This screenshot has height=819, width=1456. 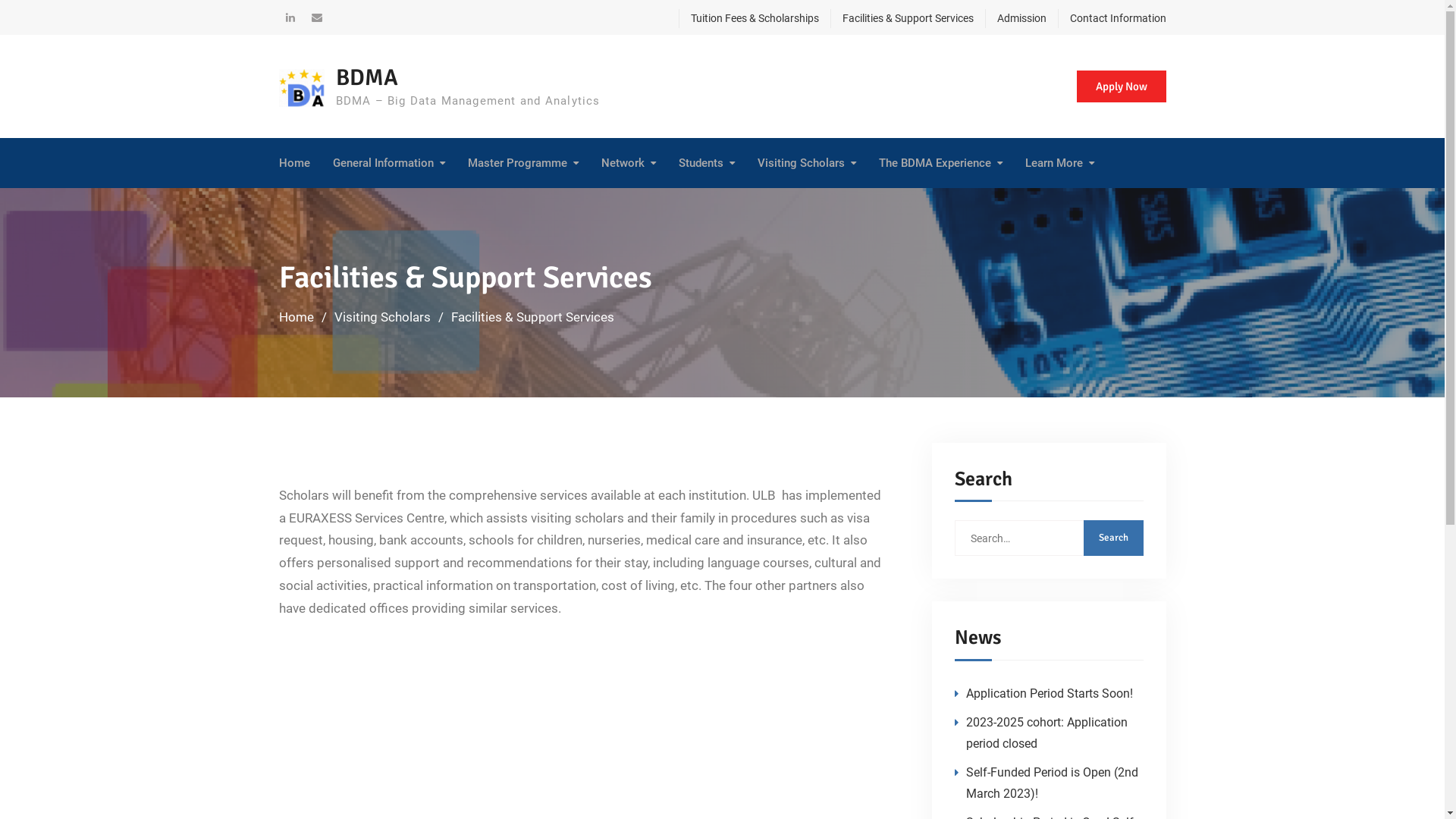 I want to click on 'Discover Our Network', so click(x=607, y=202).